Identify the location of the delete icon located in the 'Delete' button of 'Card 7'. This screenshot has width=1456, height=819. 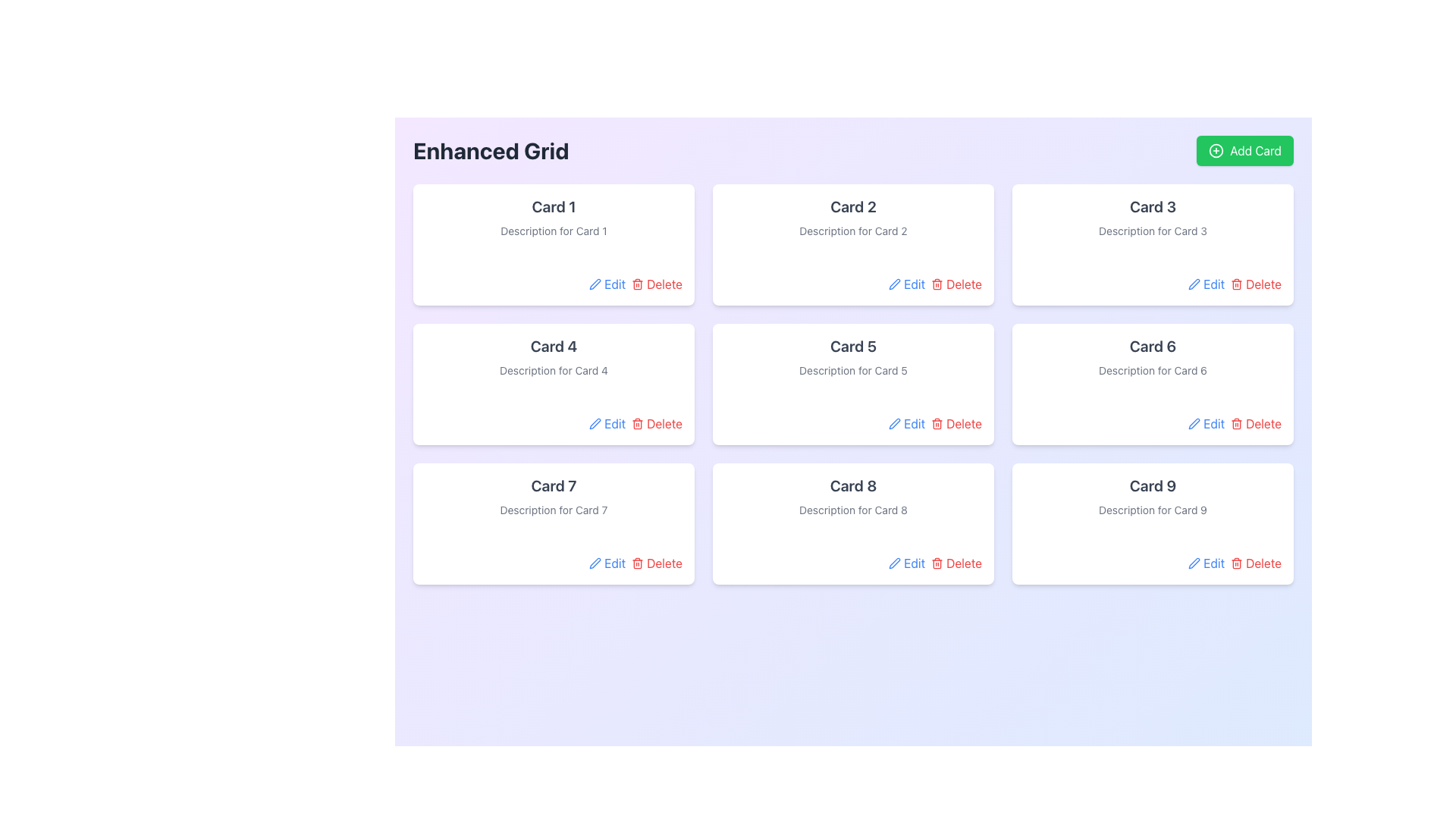
(638, 563).